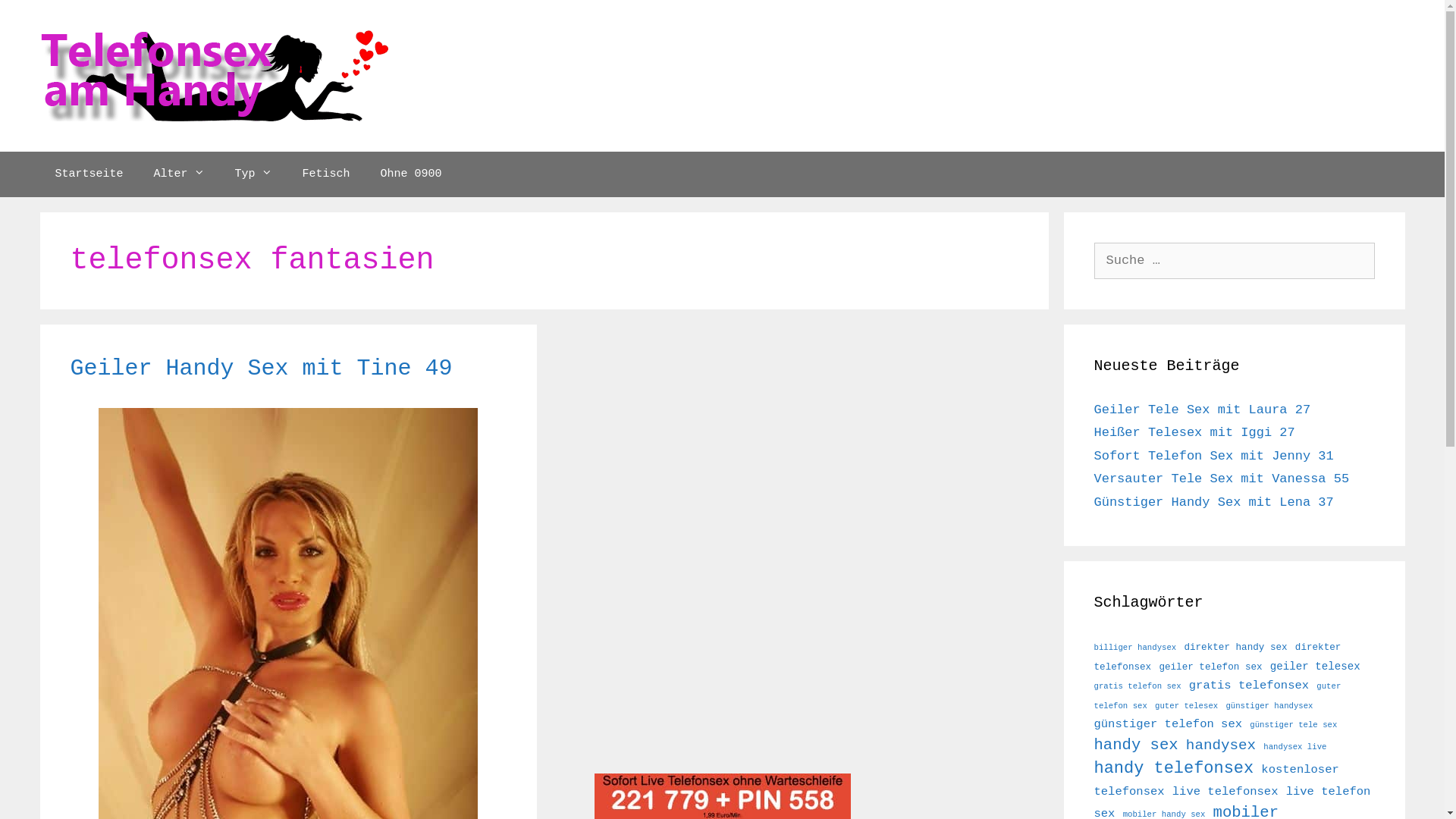 The width and height of the screenshot is (1456, 819). Describe the element at coordinates (1153, 704) in the screenshot. I see `'guter telesex'` at that location.